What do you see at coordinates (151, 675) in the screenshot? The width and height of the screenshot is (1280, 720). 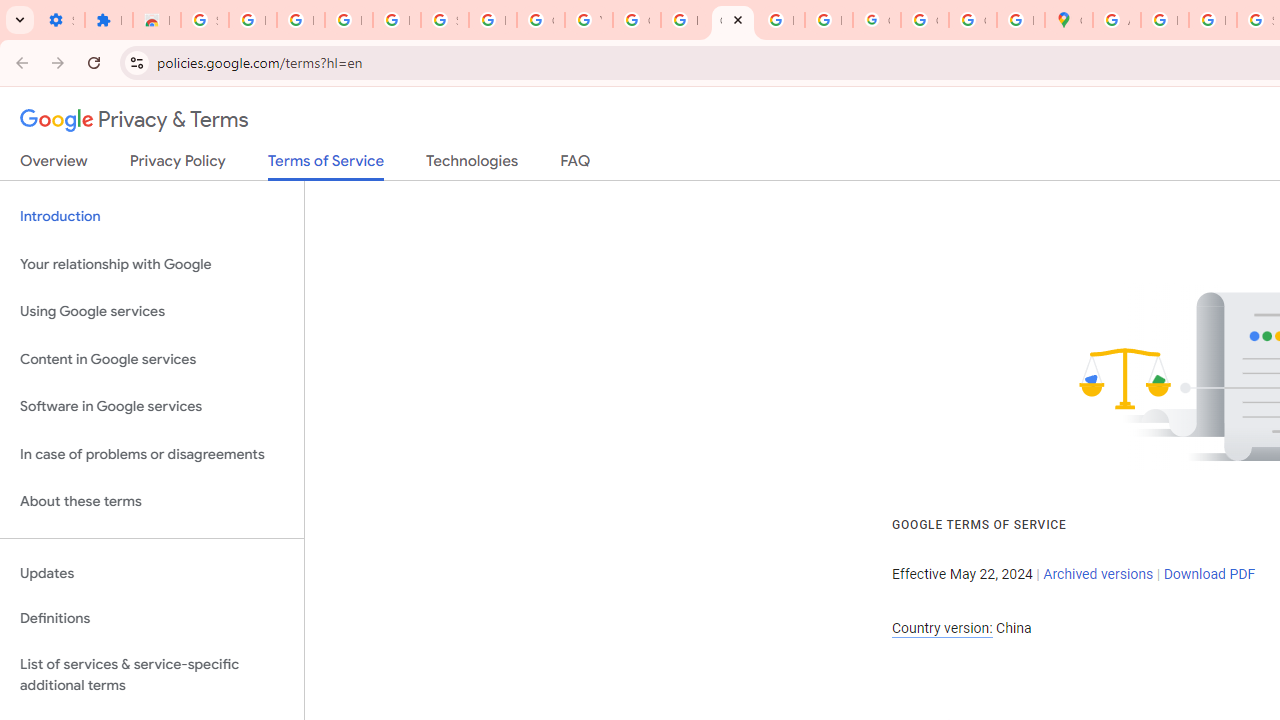 I see `'List of services & service-specific additional terms'` at bounding box center [151, 675].